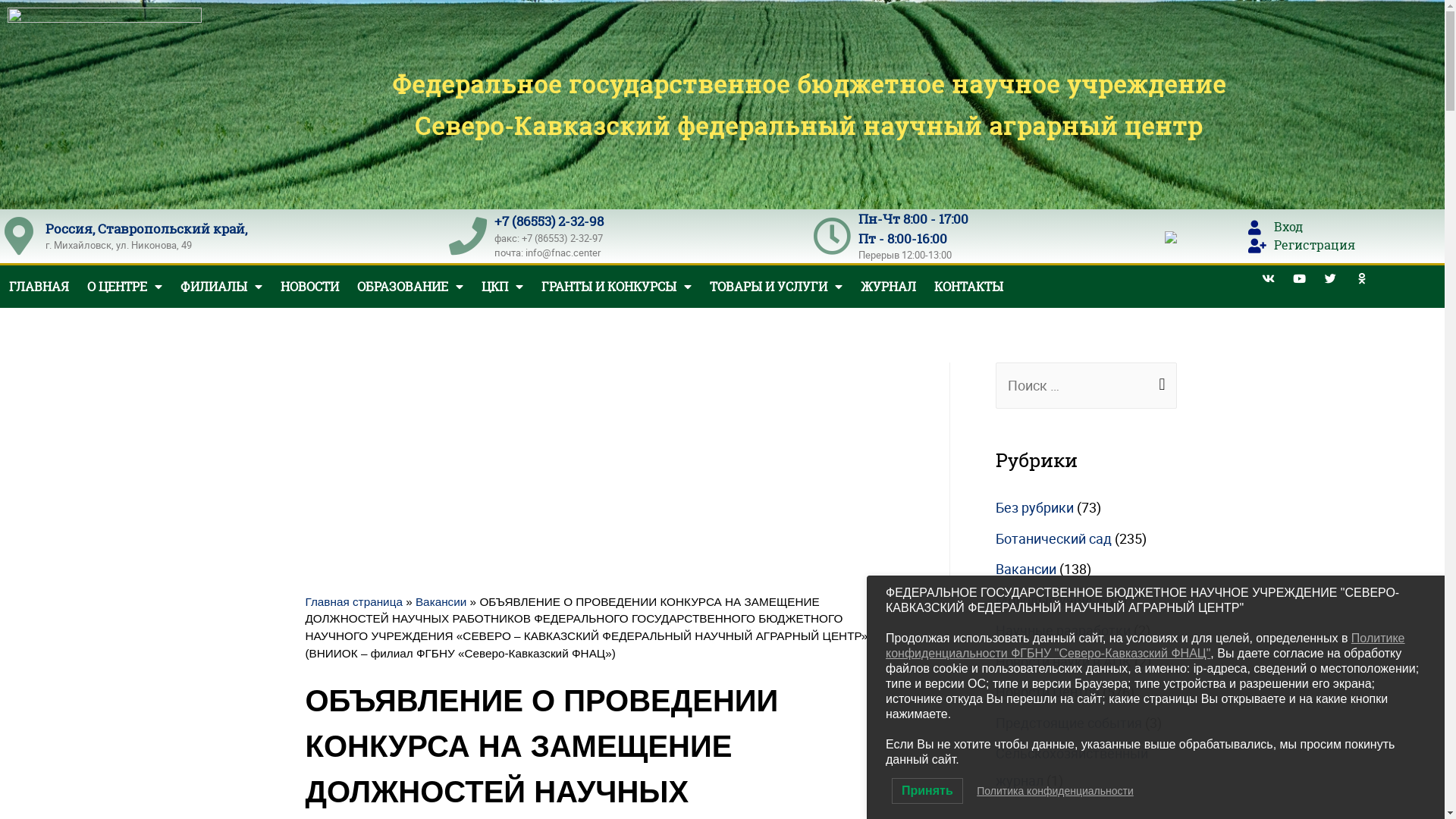  I want to click on '+7 (86553) 2-32-9', so click(545, 221).